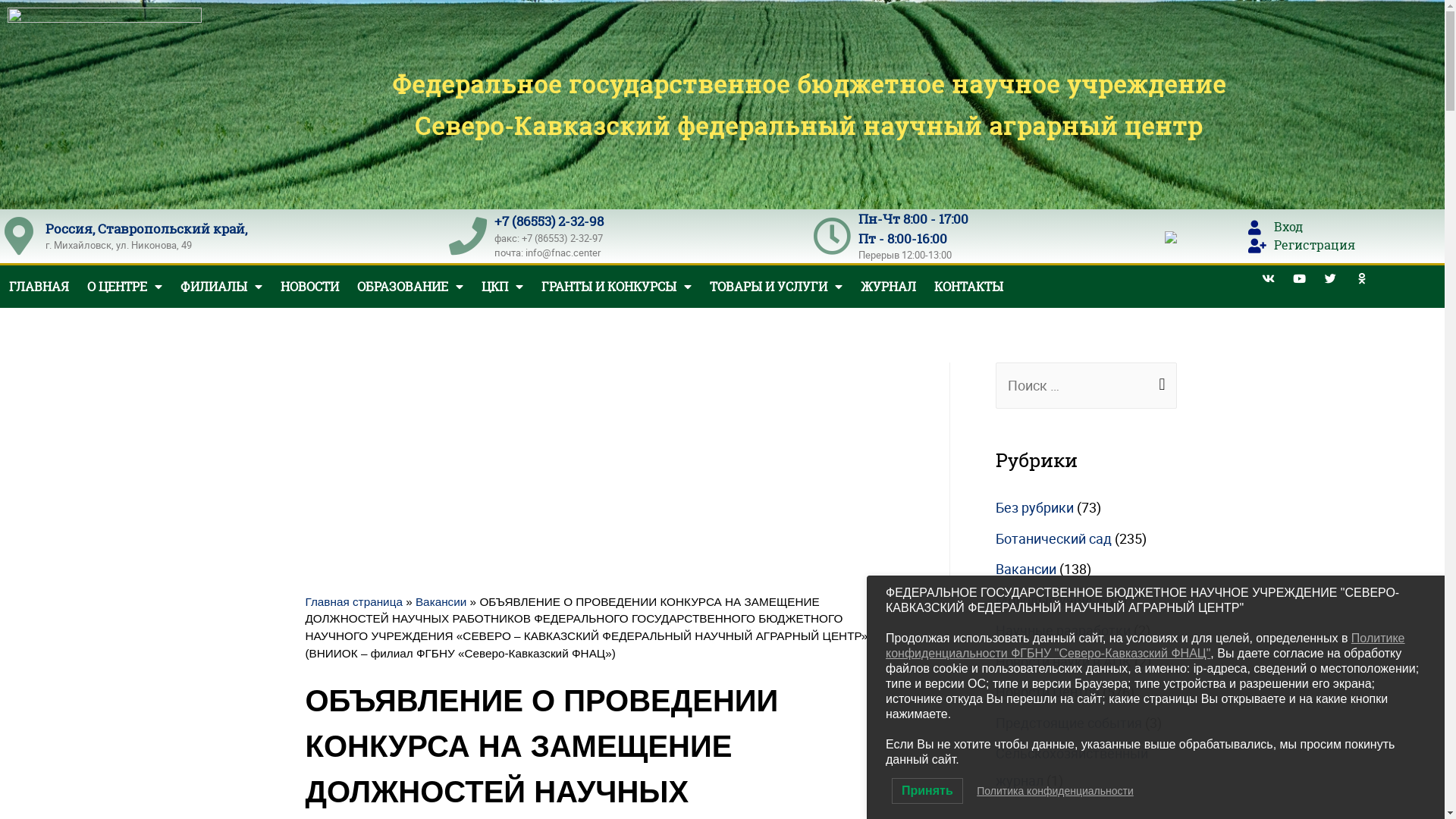  I want to click on '+7 (86553) 2-32-9', so click(545, 221).